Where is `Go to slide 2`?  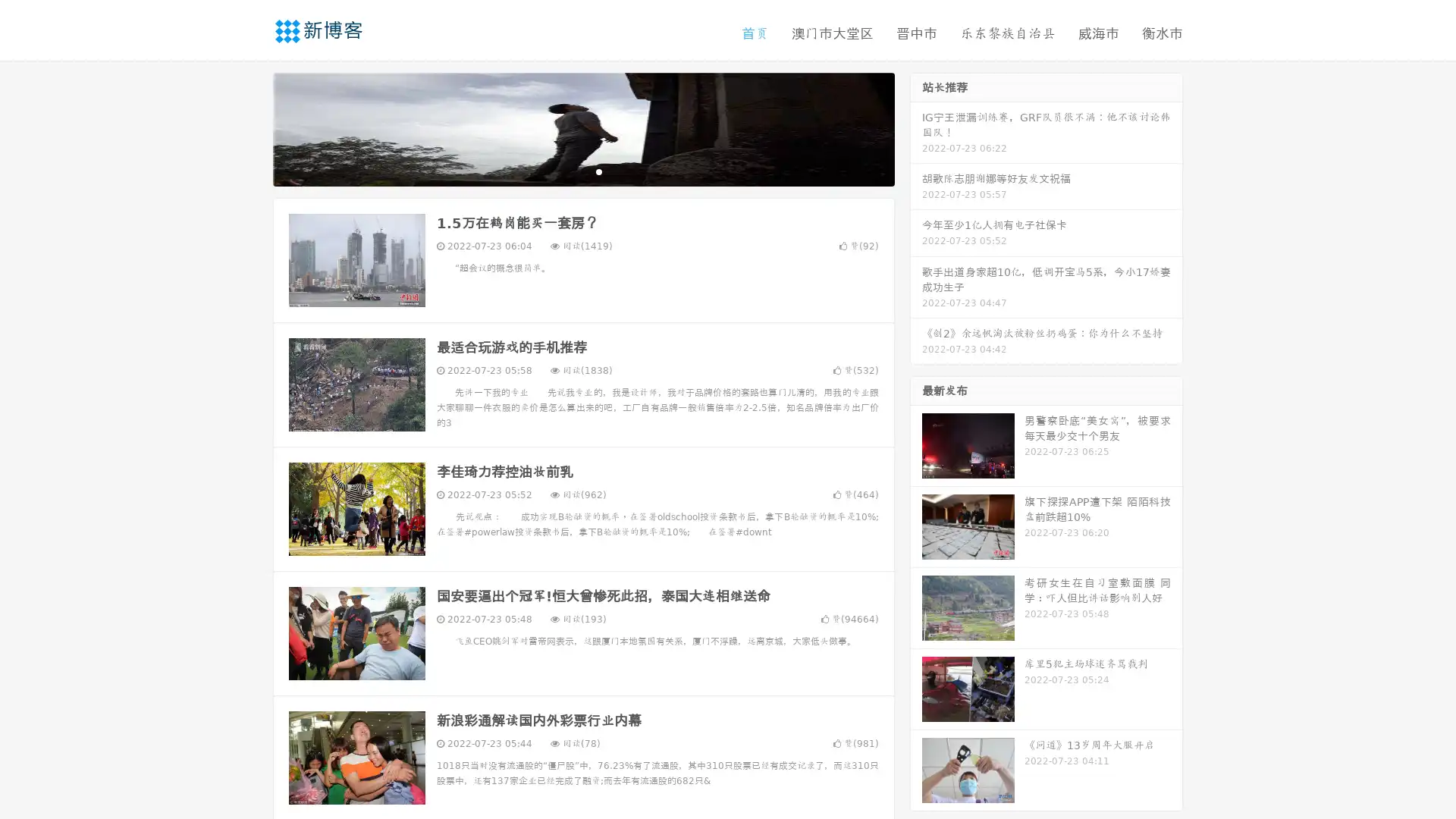
Go to slide 2 is located at coordinates (582, 171).